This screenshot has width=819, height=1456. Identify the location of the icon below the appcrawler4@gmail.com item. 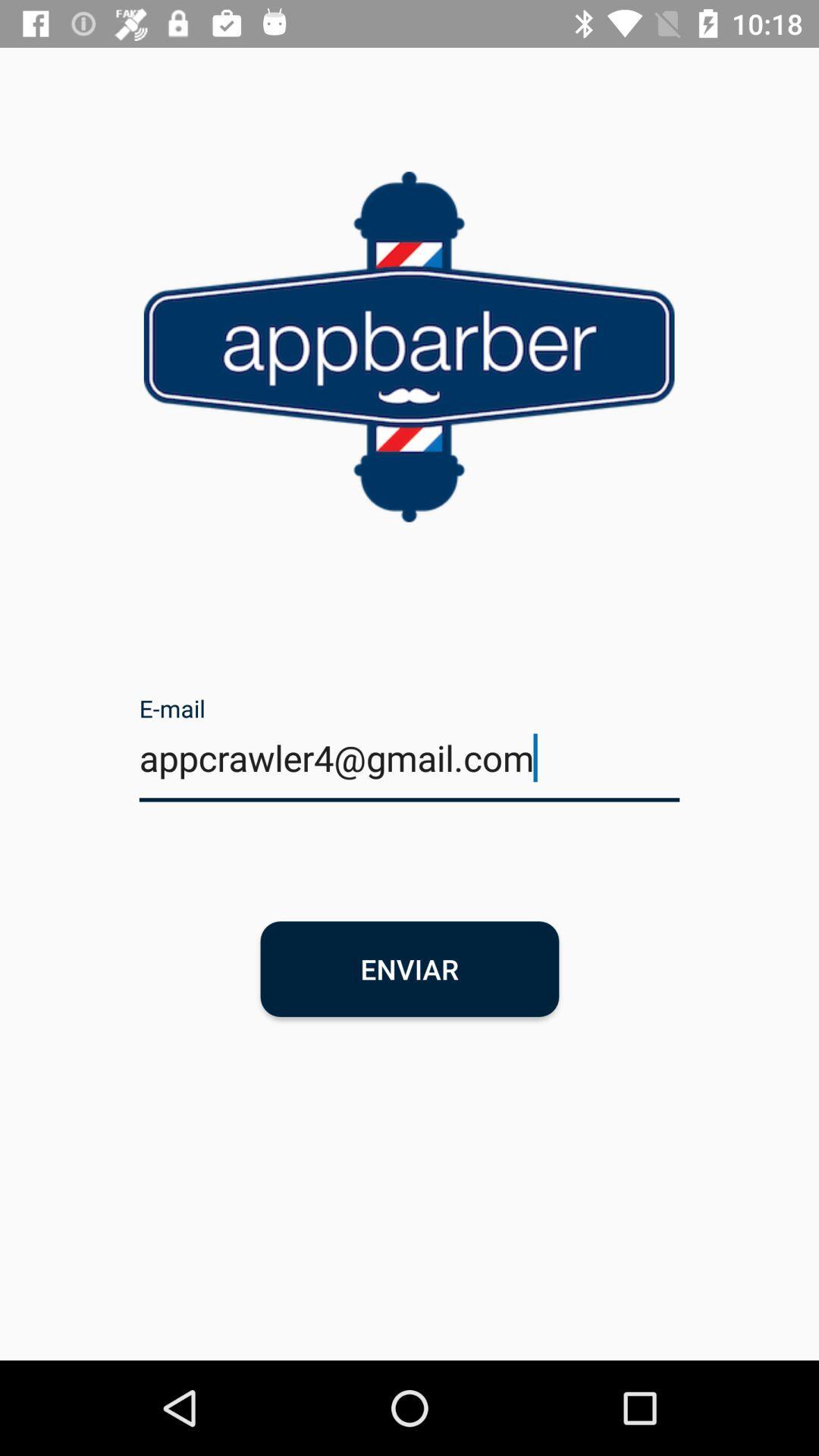
(409, 968).